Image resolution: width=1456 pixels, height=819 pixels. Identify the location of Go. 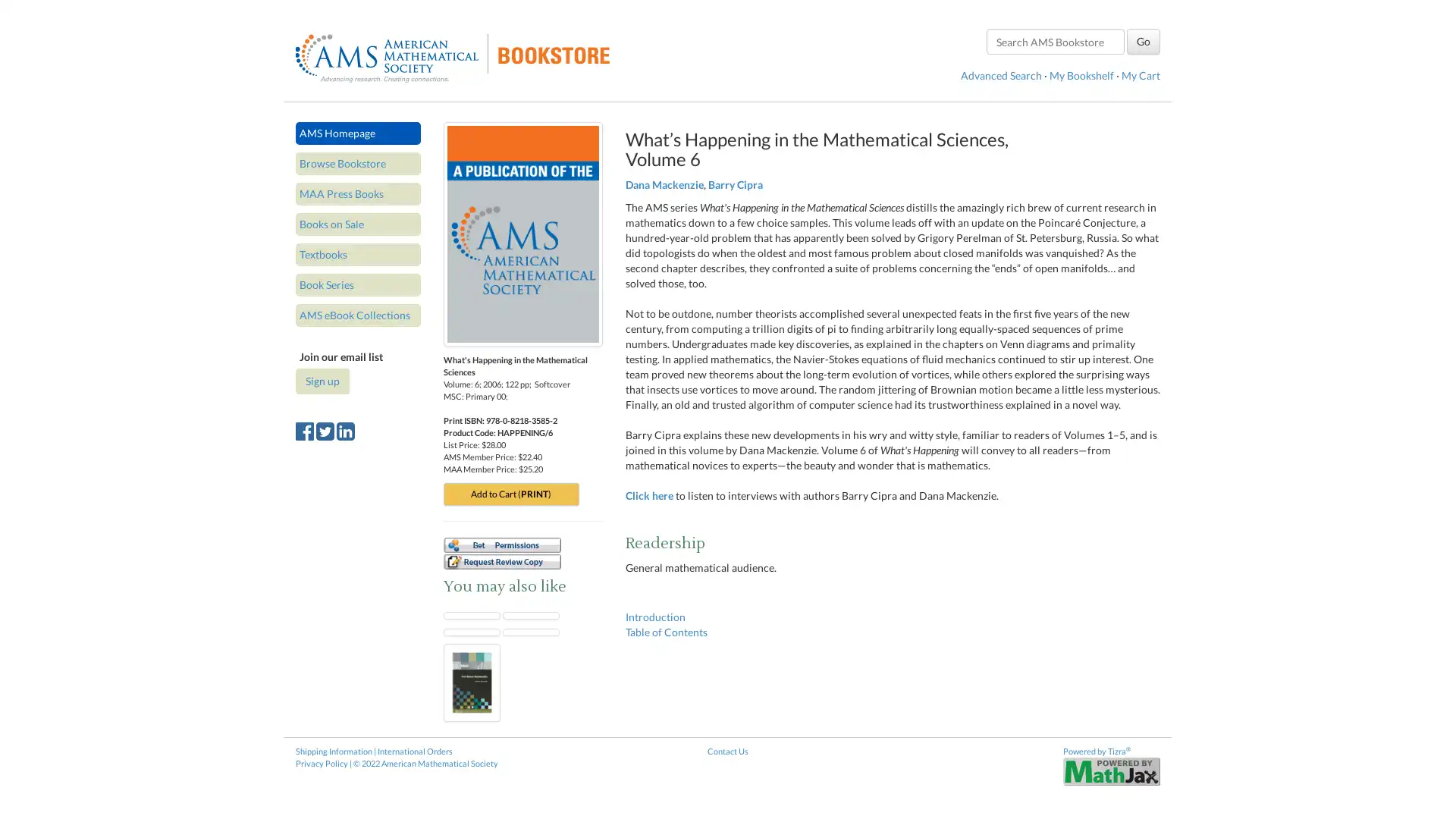
(1143, 40).